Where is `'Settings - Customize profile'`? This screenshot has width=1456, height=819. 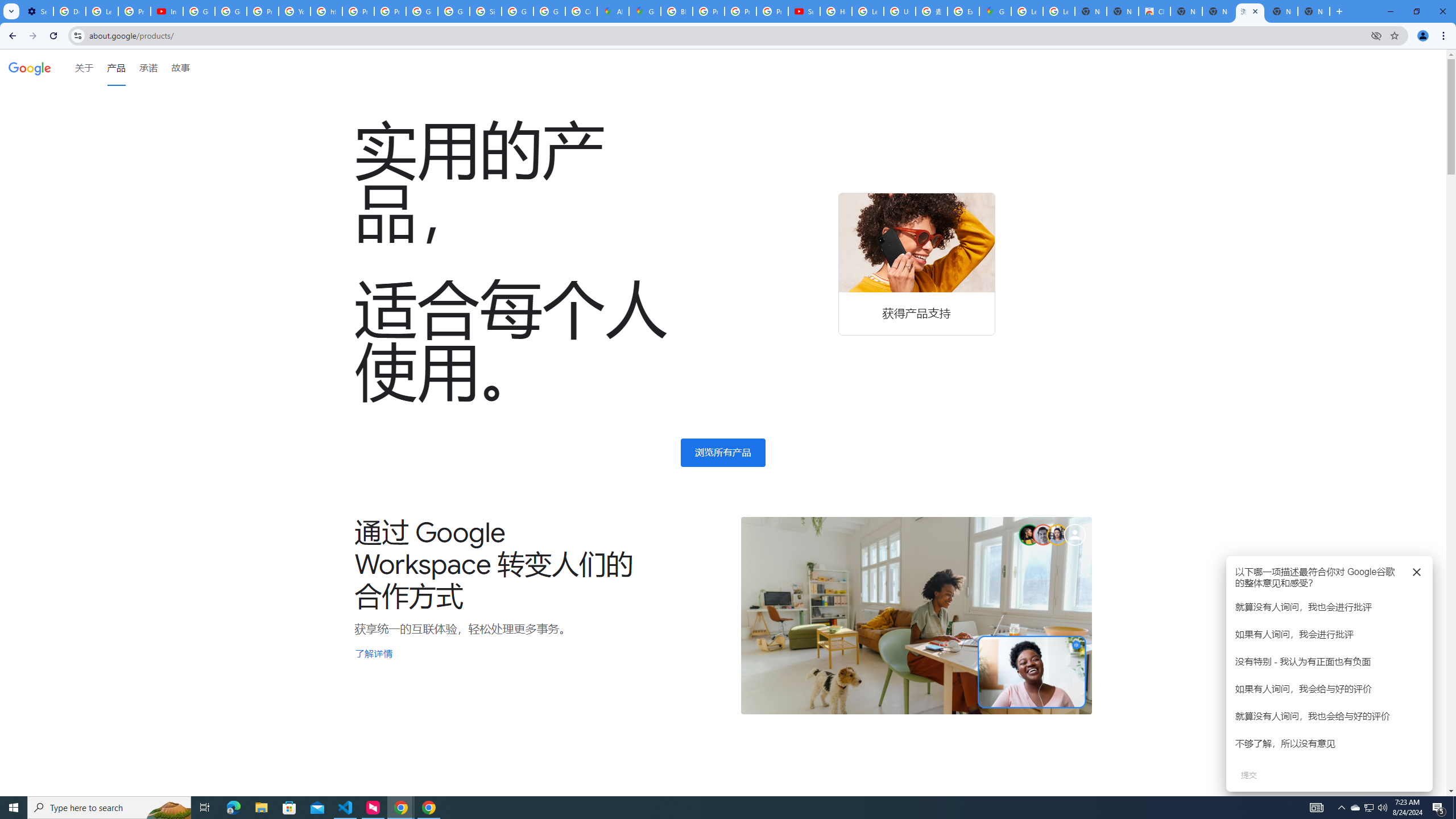
'Settings - Customize profile' is located at coordinates (37, 11).